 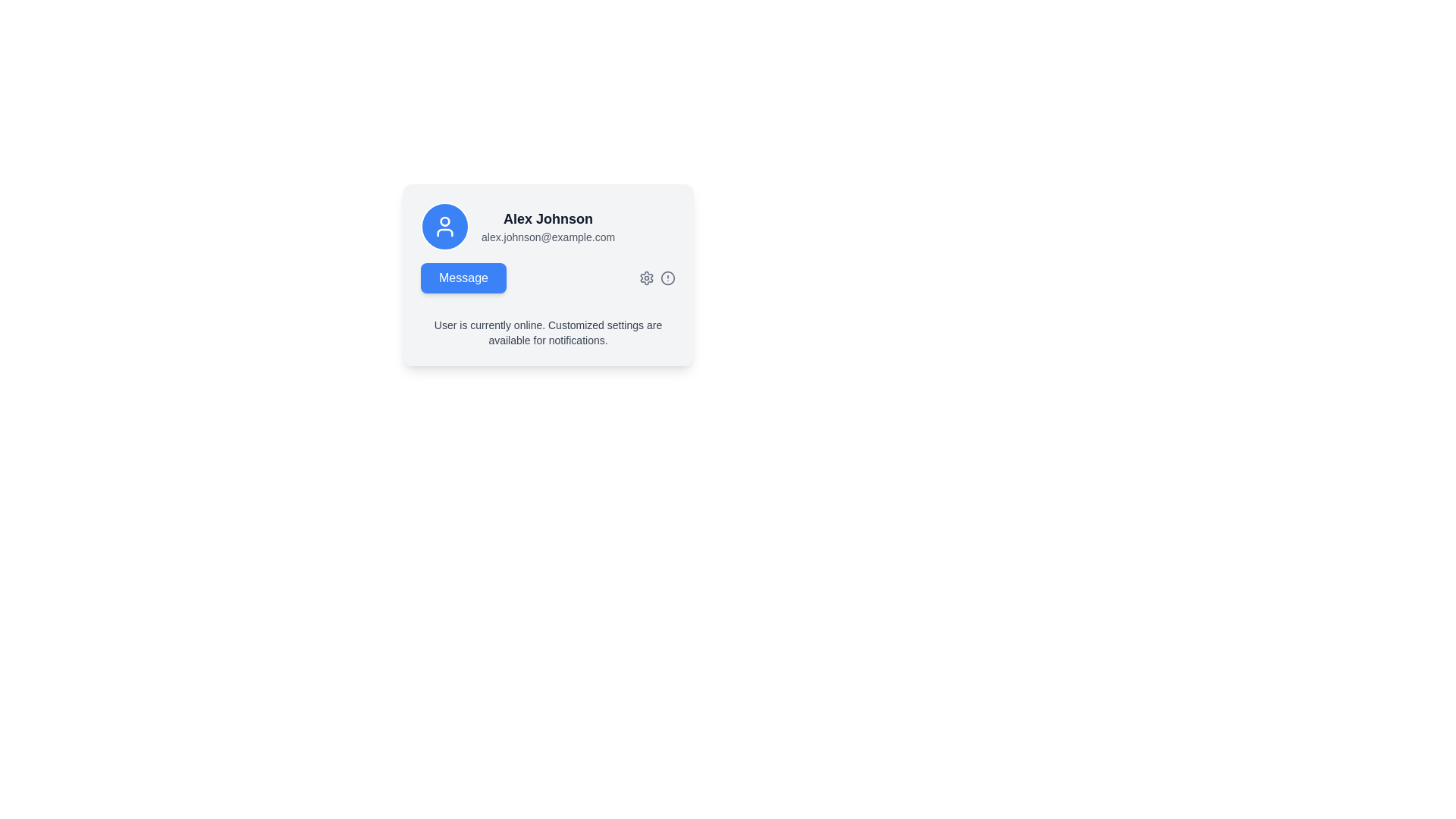 I want to click on the gear icon in the top-right section of the interface, so click(x=657, y=278).